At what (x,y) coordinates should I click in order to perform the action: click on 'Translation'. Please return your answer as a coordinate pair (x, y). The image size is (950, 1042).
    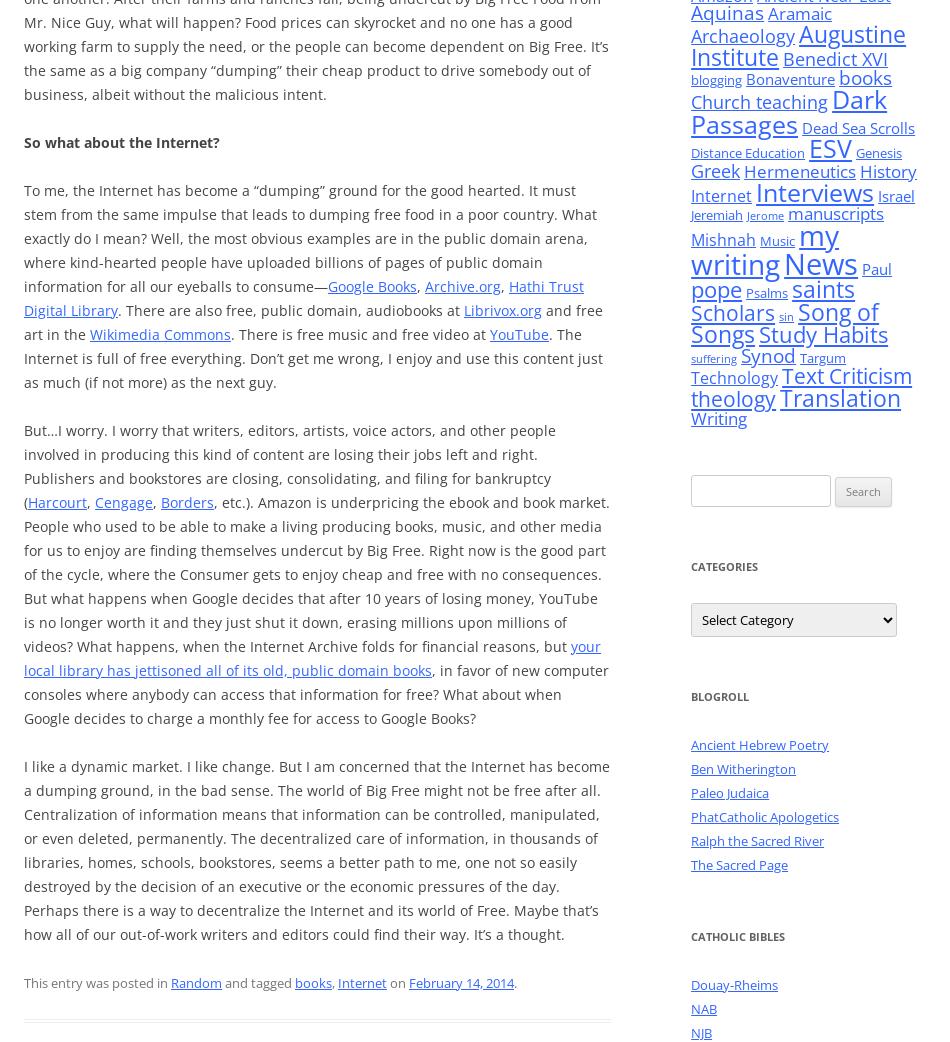
    Looking at the image, I should click on (839, 396).